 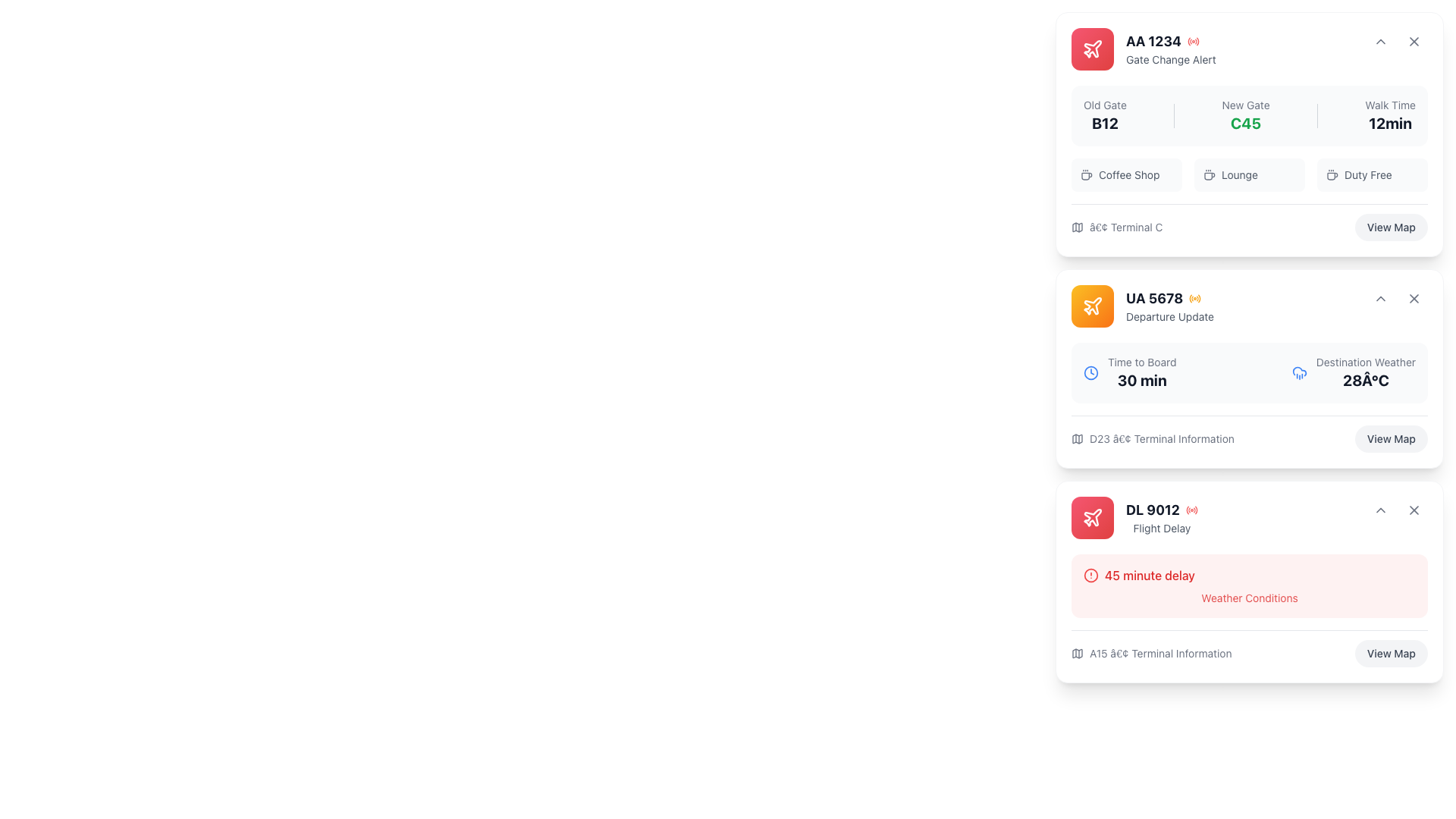 I want to click on the informational UI component displaying 'Time to Board' with a clock icon, which is centrally located in the second card from the top in the right column, so click(x=1130, y=373).